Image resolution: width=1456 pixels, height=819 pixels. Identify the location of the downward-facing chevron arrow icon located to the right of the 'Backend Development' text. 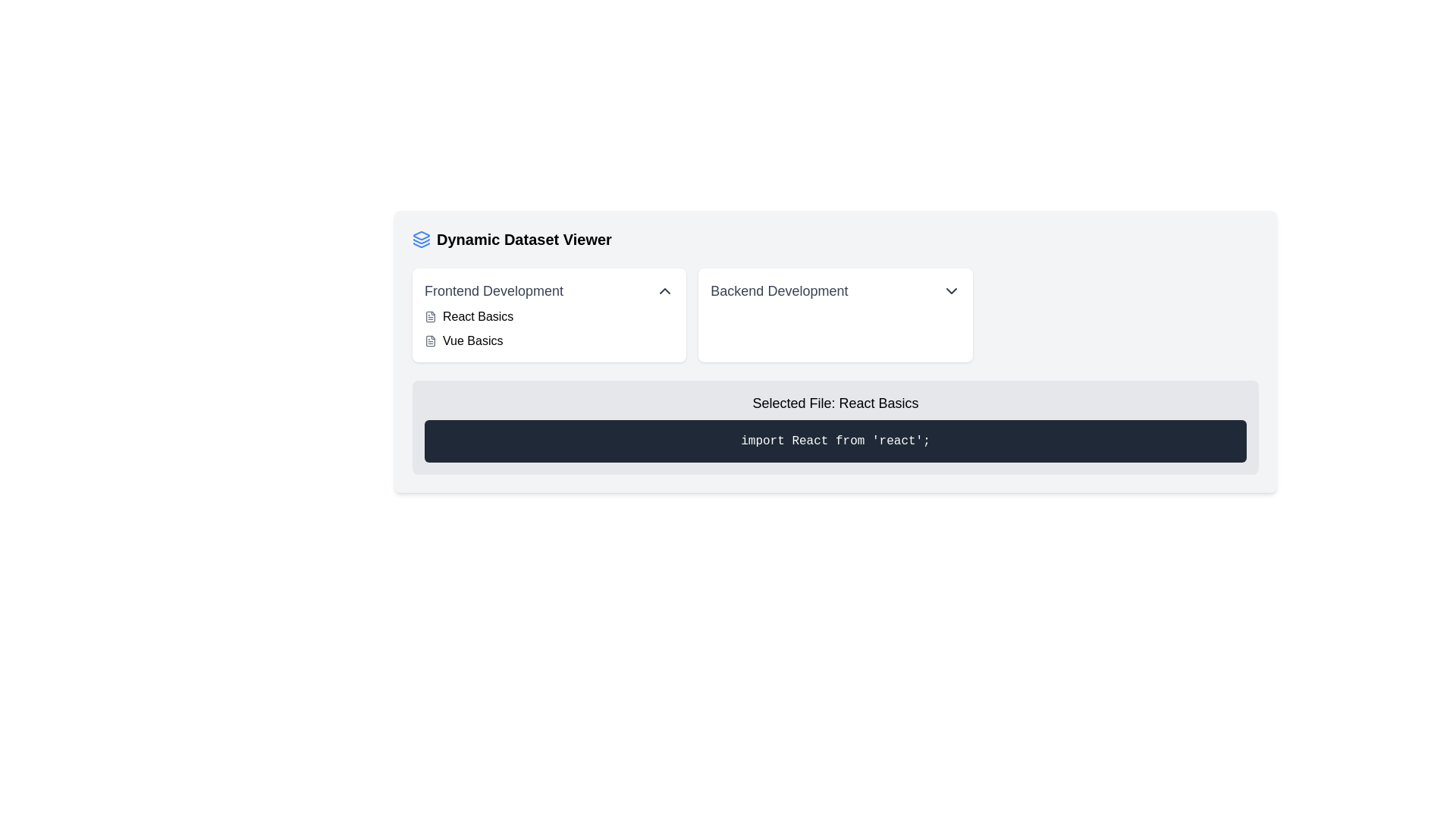
(950, 291).